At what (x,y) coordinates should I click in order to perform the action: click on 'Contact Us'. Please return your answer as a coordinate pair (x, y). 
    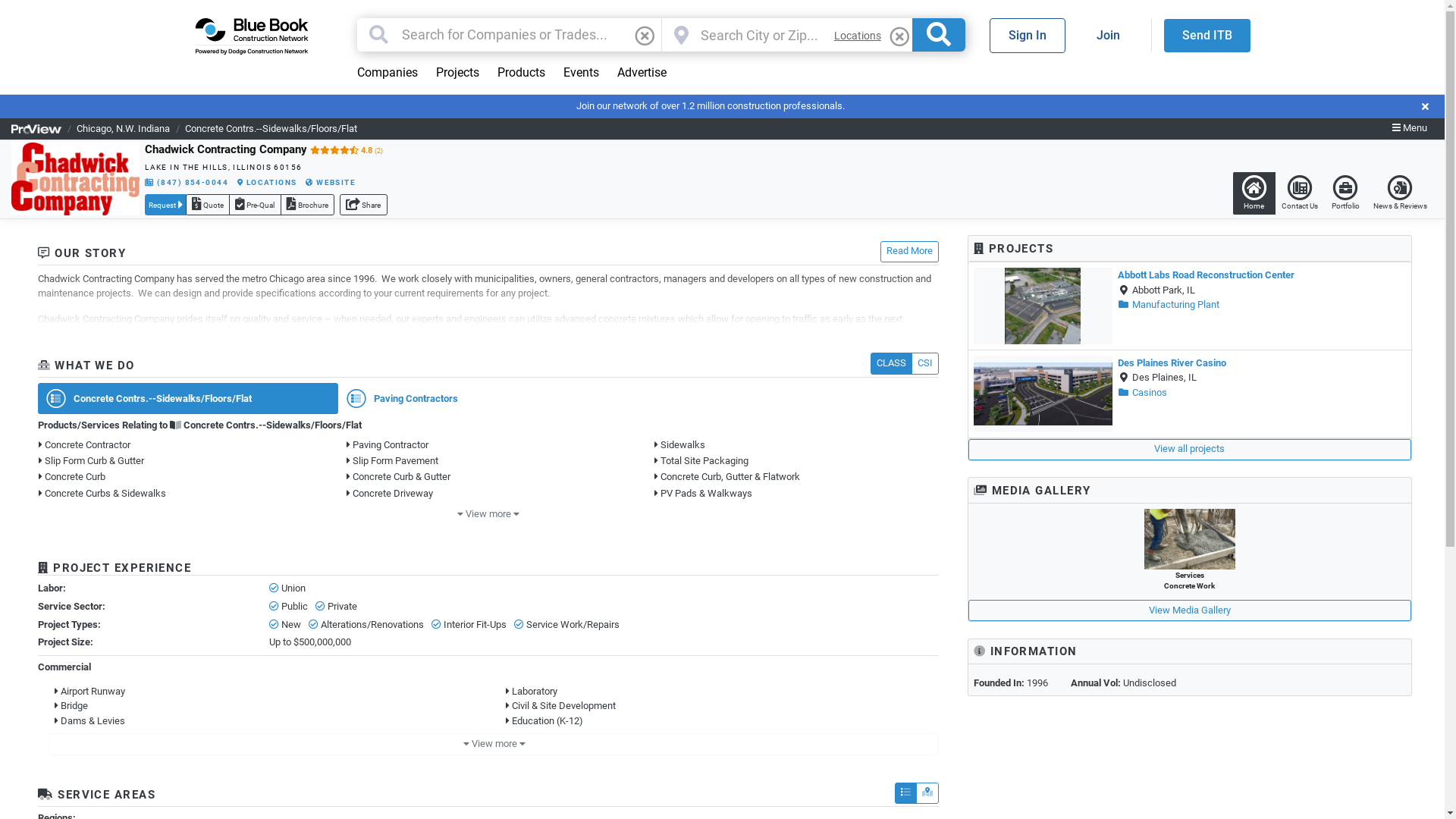
    Looking at the image, I should click on (1298, 192).